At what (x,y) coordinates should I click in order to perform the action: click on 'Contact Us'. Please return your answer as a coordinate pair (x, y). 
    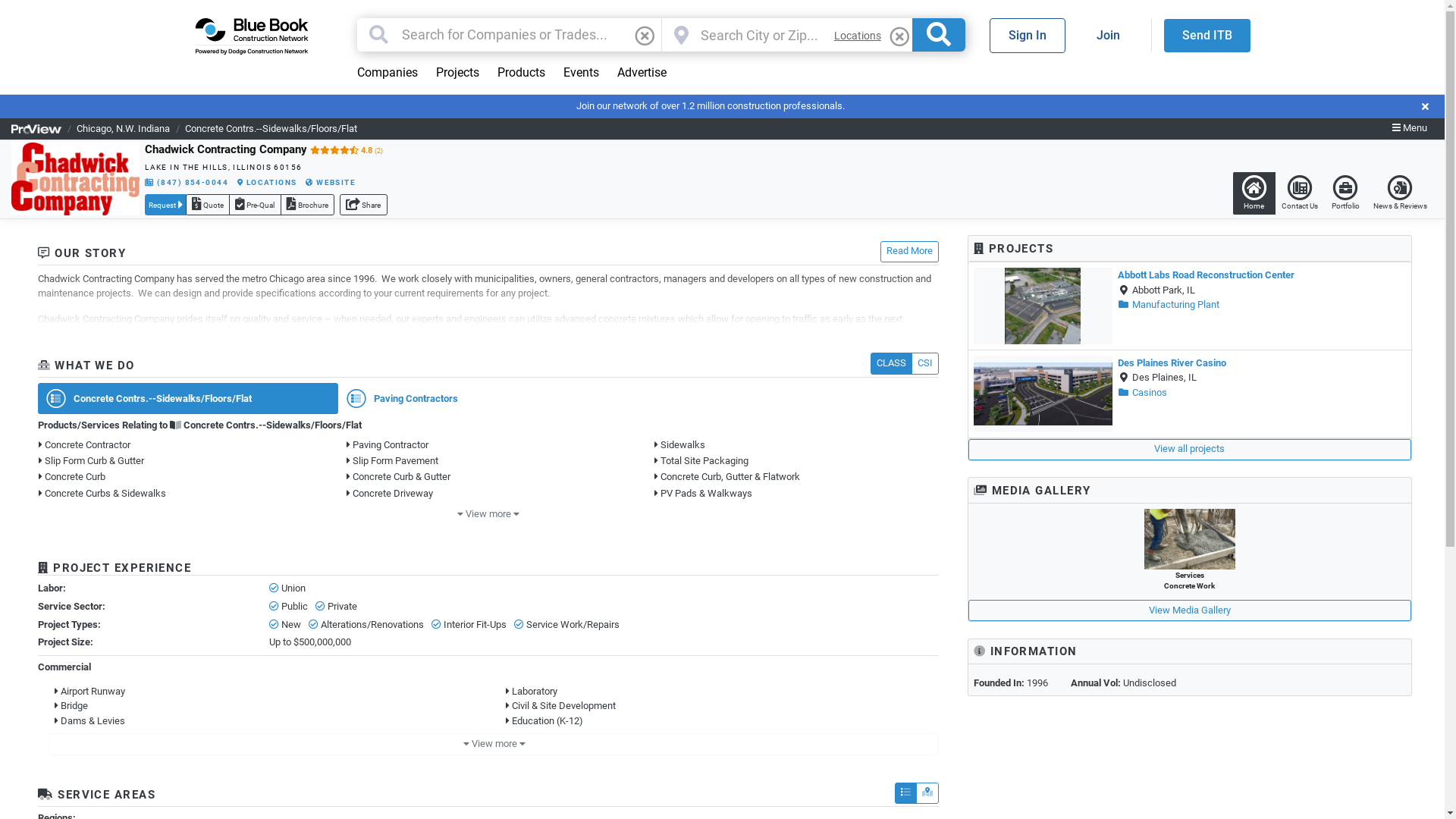
    Looking at the image, I should click on (1298, 192).